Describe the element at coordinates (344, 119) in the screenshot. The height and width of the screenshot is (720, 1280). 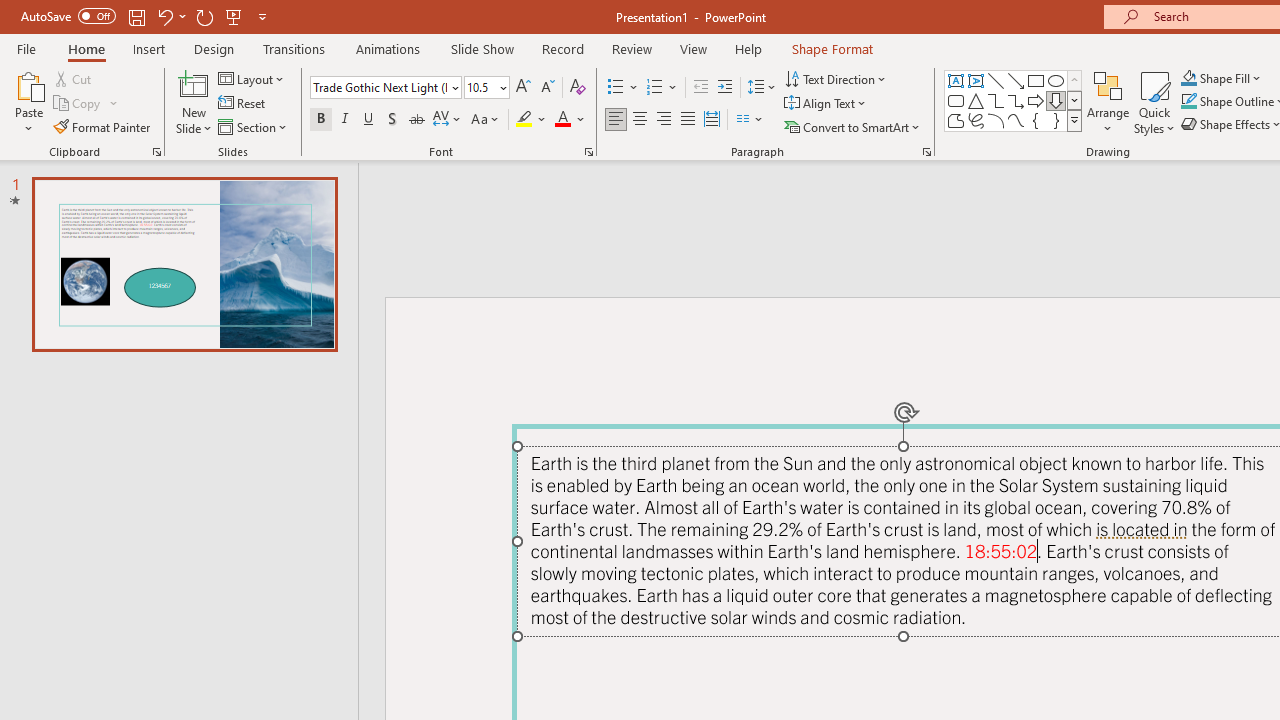
I see `'Italic'` at that location.